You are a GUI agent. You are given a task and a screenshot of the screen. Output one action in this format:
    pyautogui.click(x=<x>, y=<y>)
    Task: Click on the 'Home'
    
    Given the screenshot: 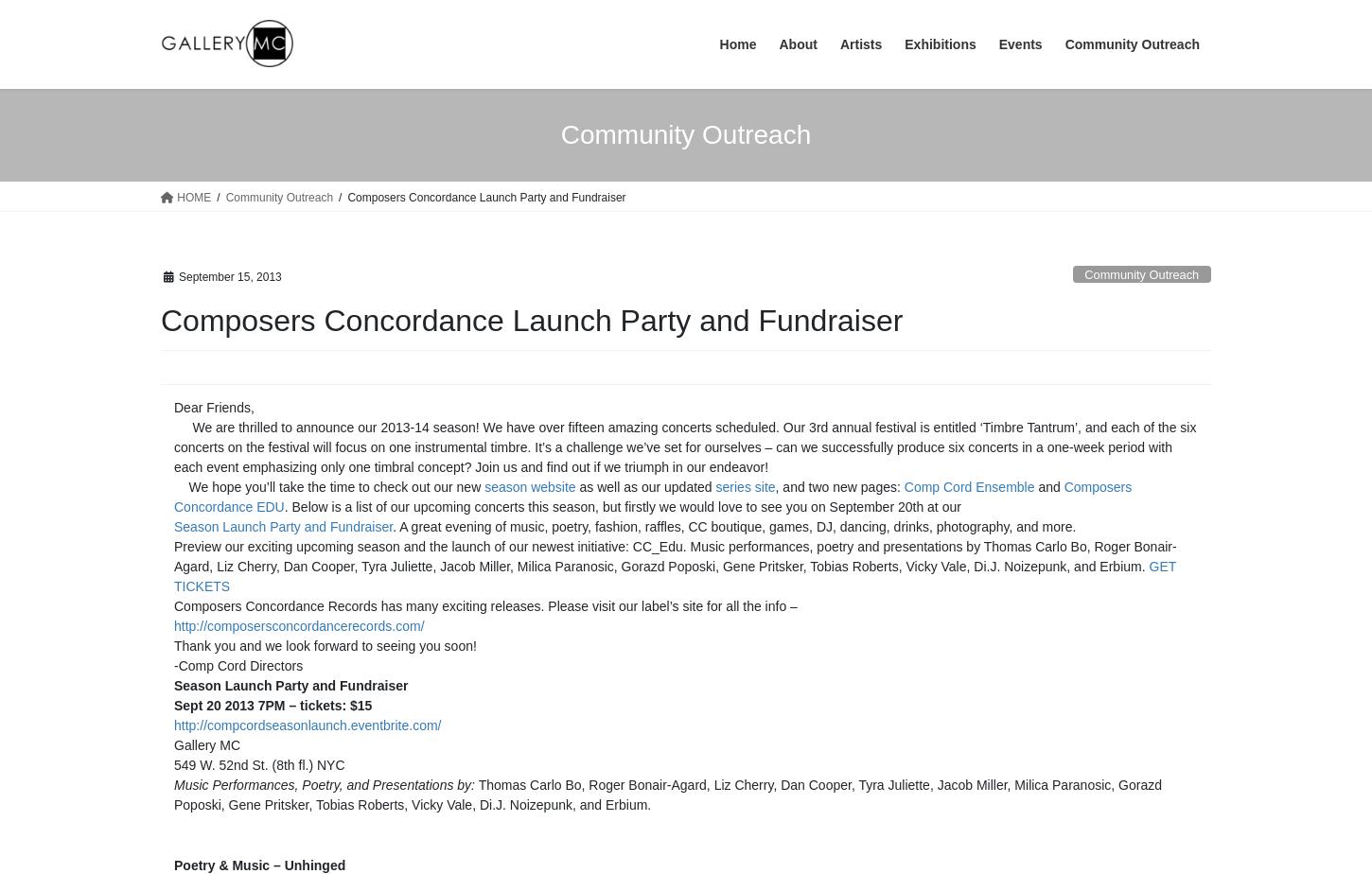 What is the action you would take?
    pyautogui.click(x=737, y=44)
    